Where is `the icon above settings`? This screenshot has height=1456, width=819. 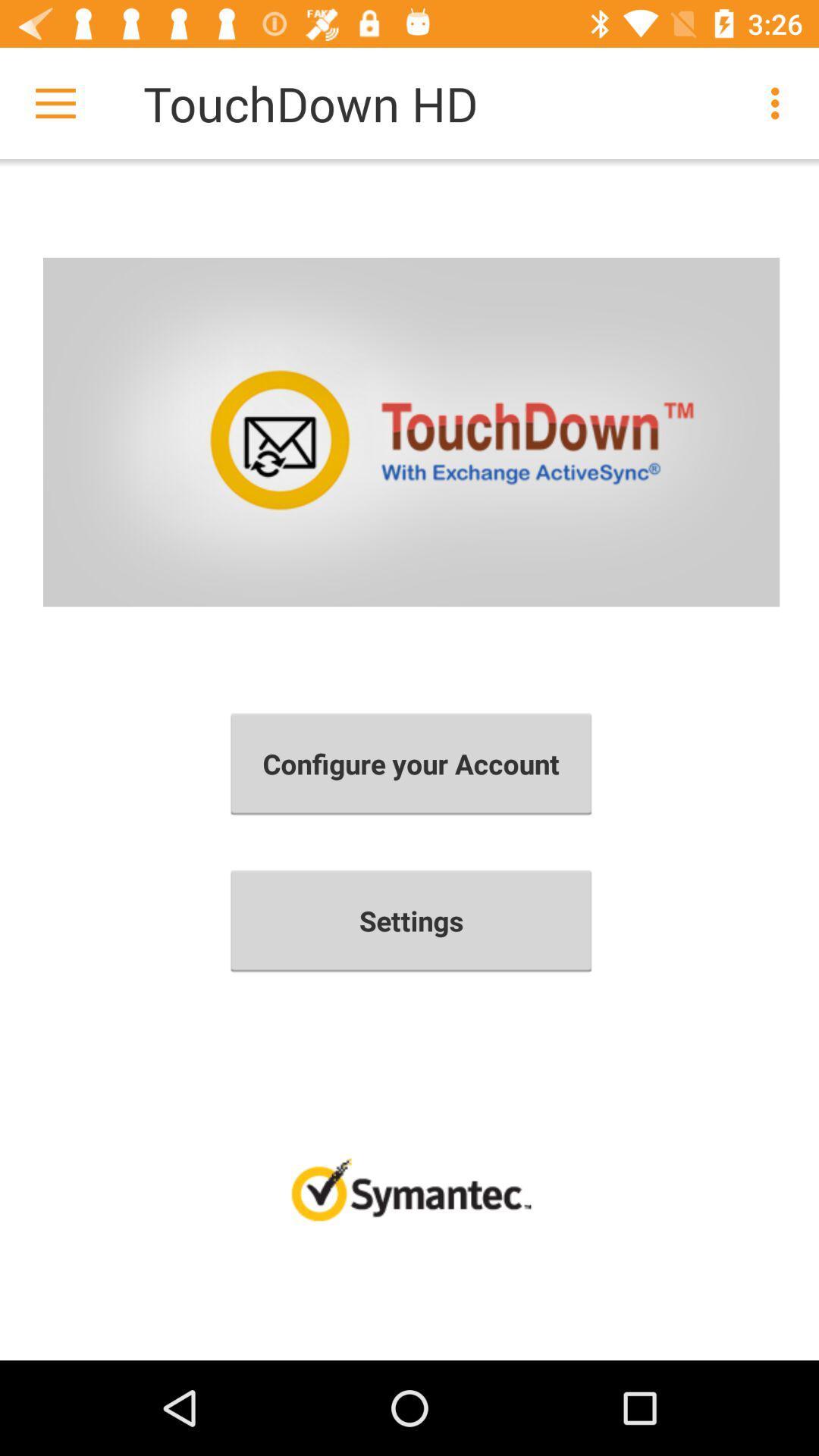
the icon above settings is located at coordinates (411, 764).